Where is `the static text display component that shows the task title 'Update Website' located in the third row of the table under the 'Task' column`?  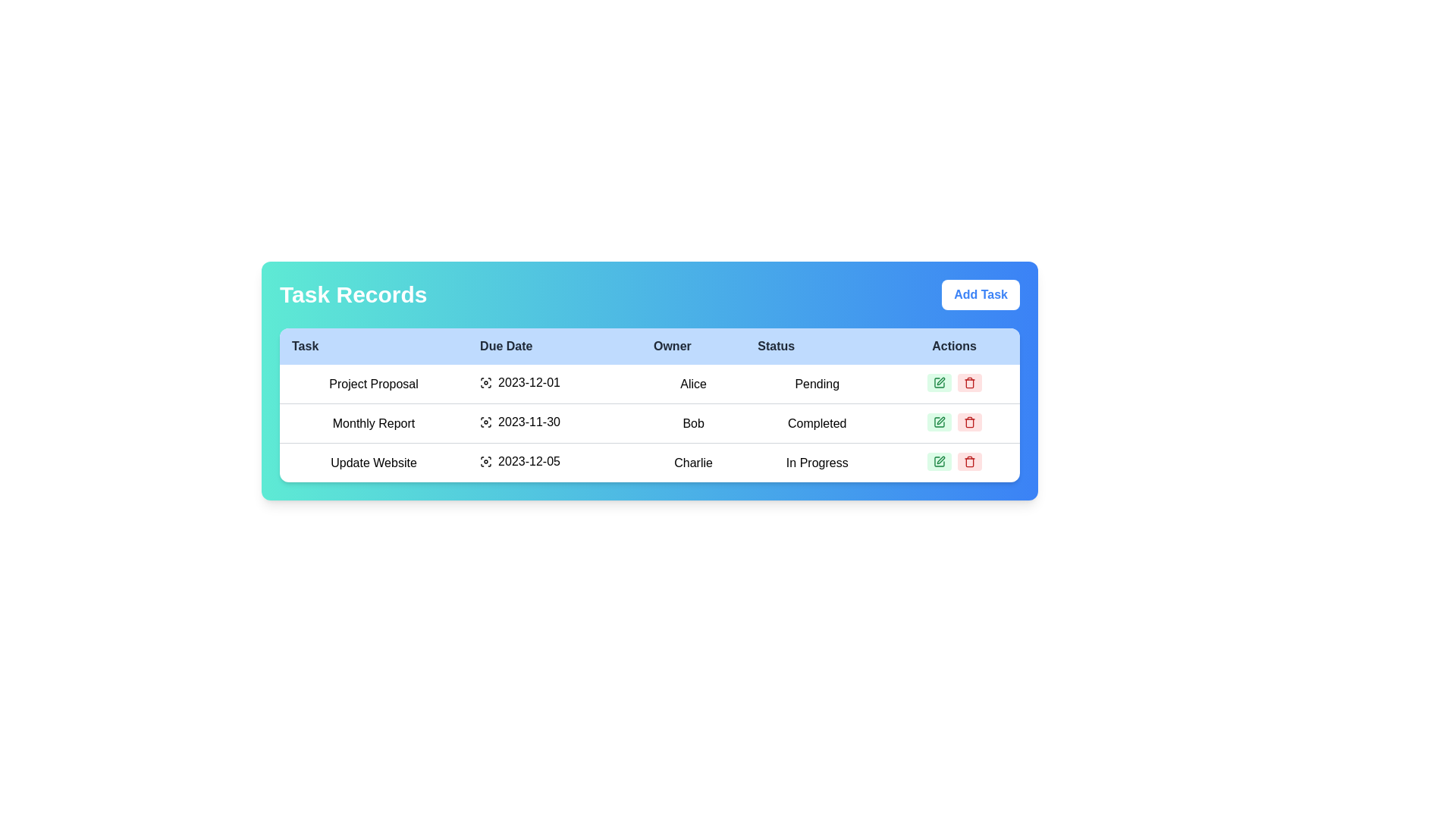 the static text display component that shows the task title 'Update Website' located in the third row of the table under the 'Task' column is located at coordinates (374, 462).